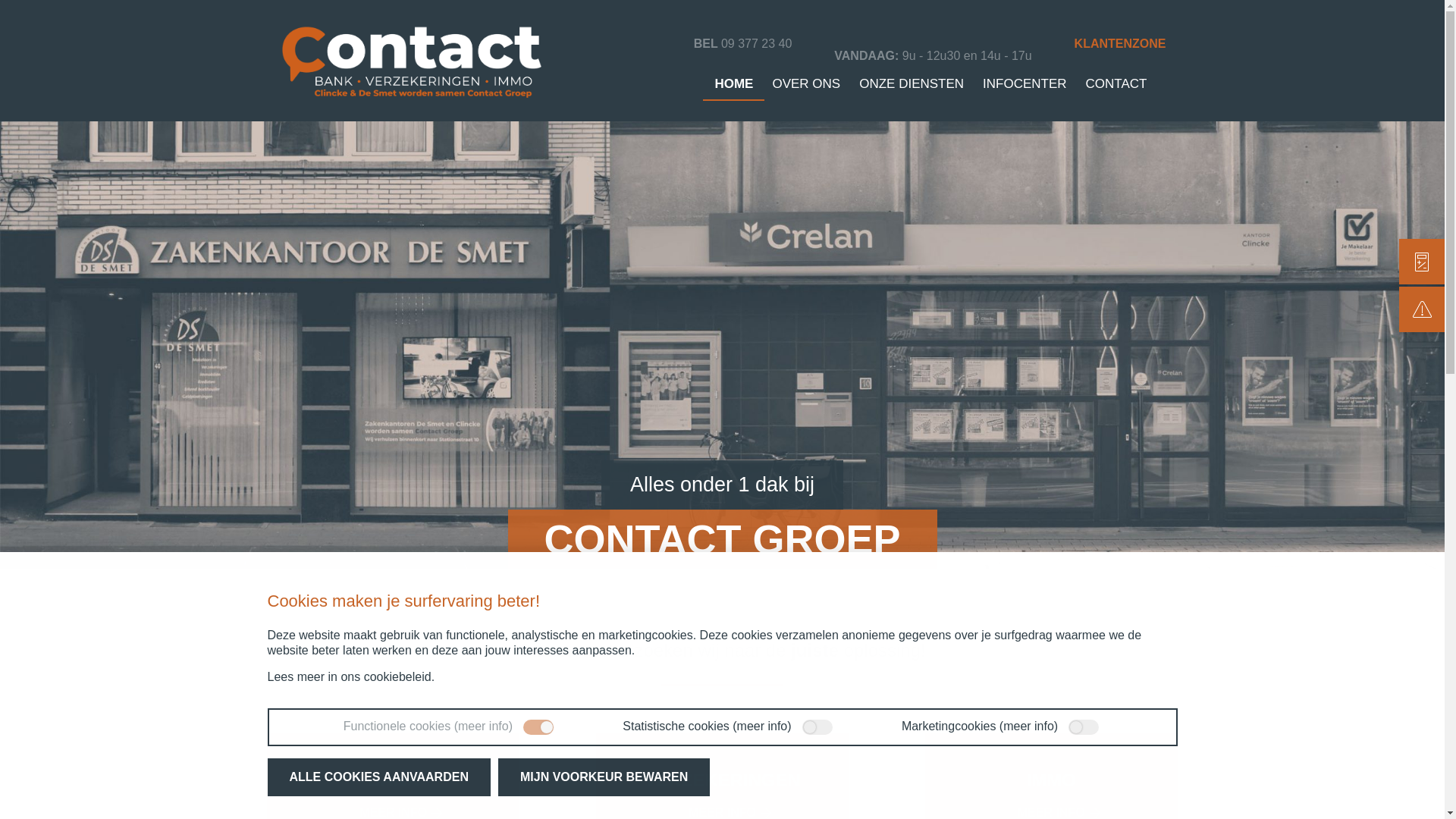  I want to click on 'ONZE DIENSTEN', so click(910, 83).